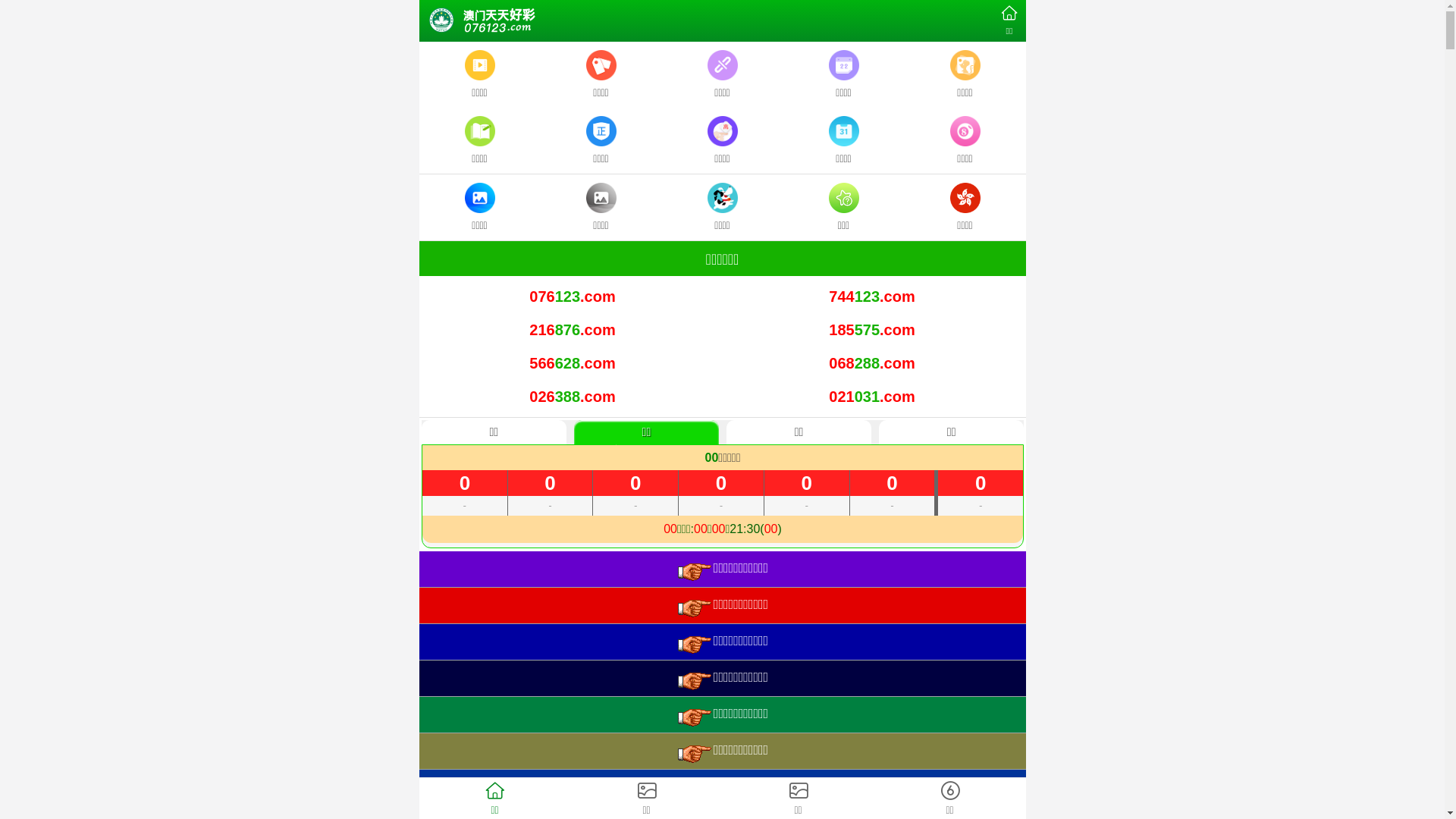 This screenshot has height=819, width=1456. What do you see at coordinates (871, 397) in the screenshot?
I see `'021031.com'` at bounding box center [871, 397].